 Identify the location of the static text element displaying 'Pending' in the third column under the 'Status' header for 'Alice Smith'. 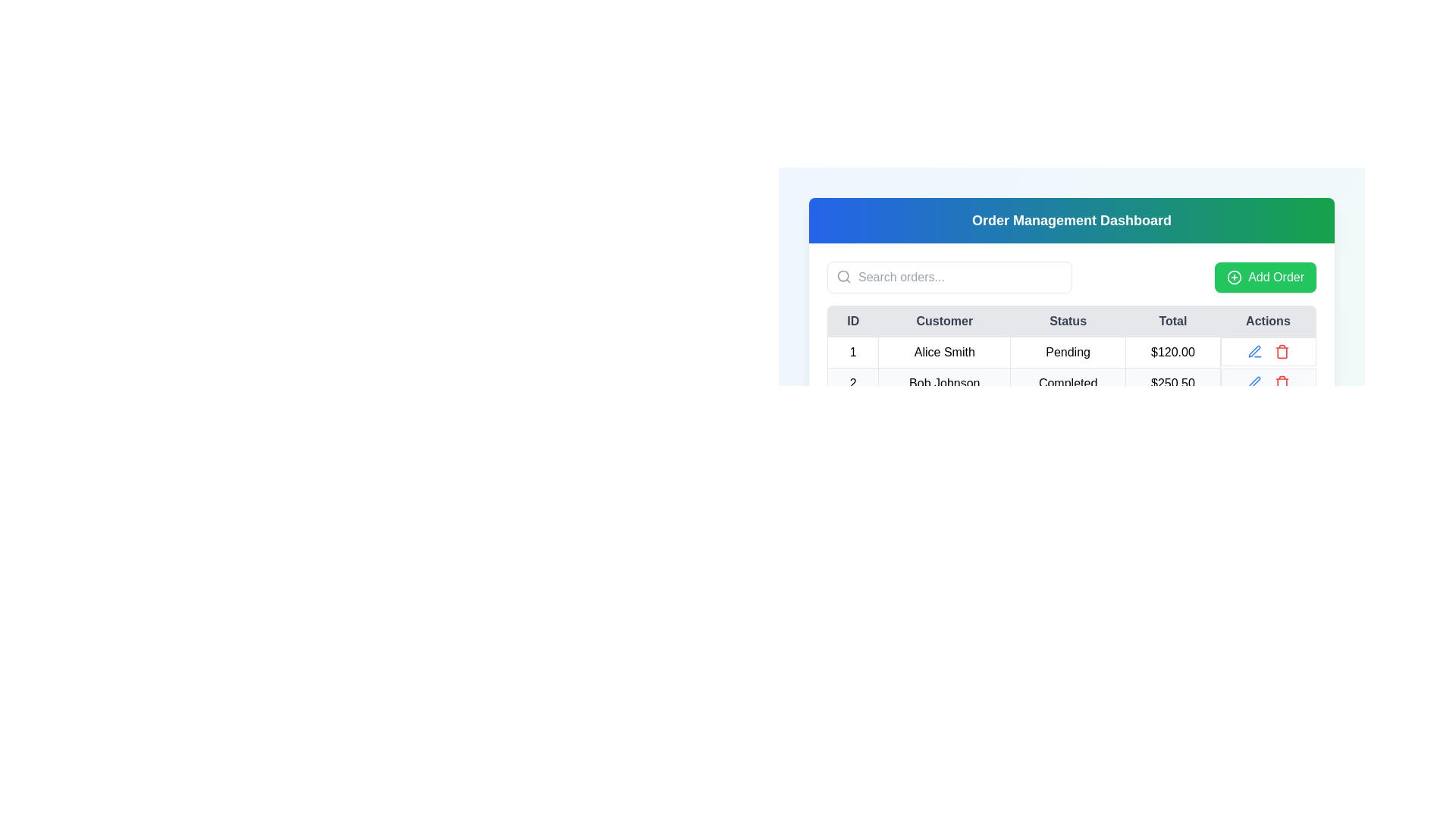
(1067, 353).